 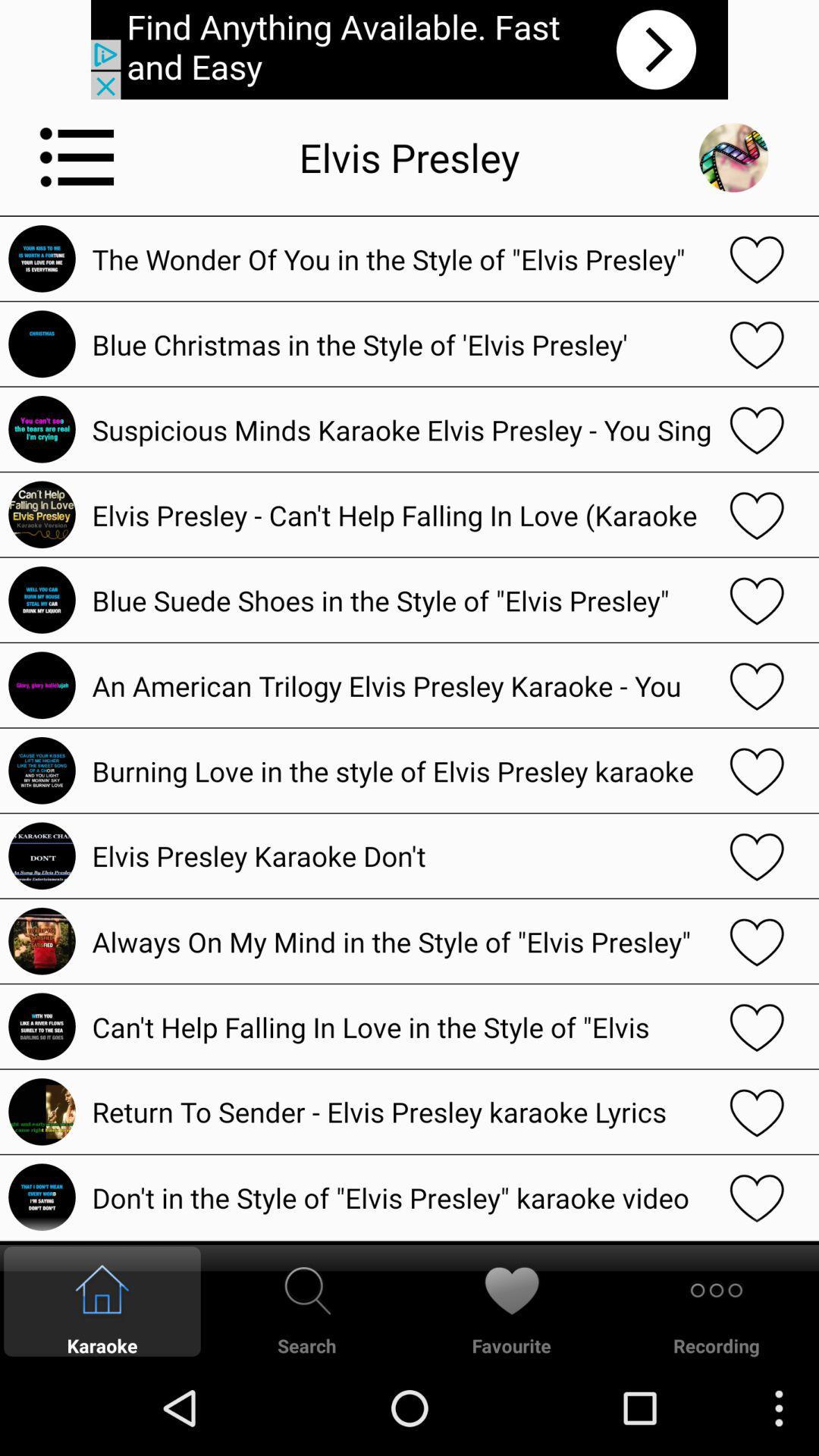 What do you see at coordinates (757, 1112) in the screenshot?
I see `song` at bounding box center [757, 1112].